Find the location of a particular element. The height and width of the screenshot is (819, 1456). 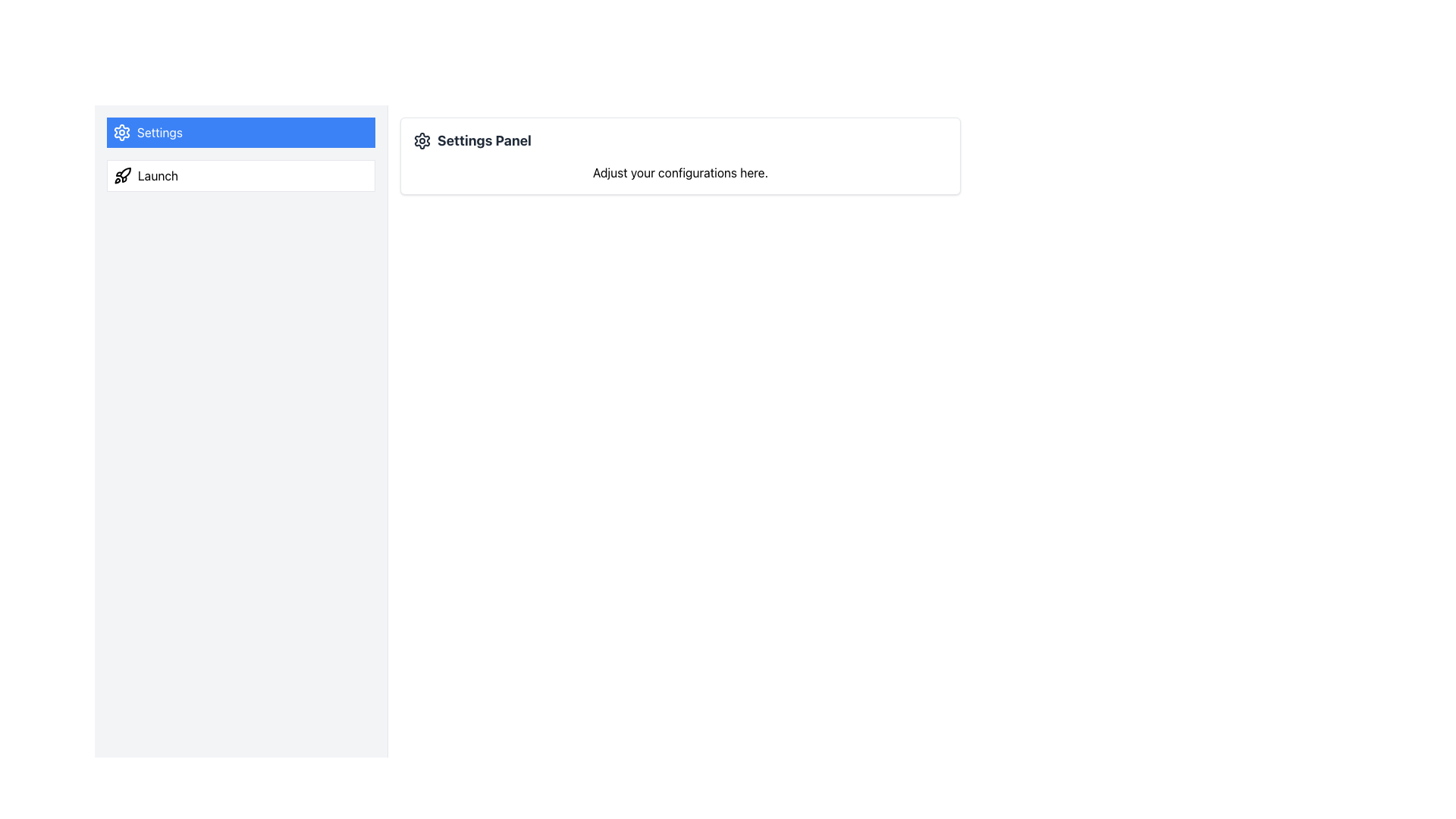

the gear icon representing the 'Settings' section in the sidebar menu, located near the top of the navigation panel is located at coordinates (122, 131).